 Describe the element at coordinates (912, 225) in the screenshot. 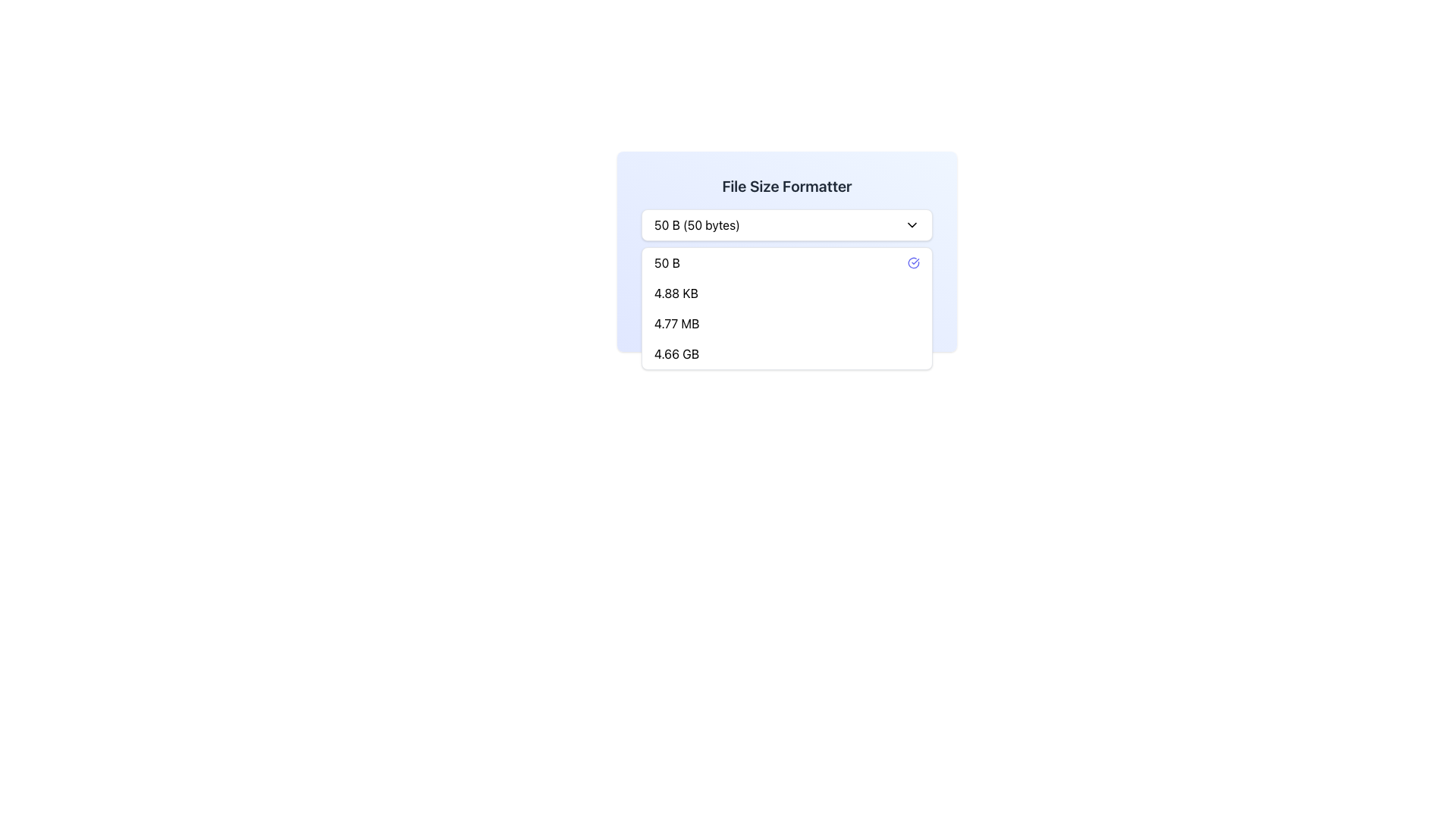

I see `the downward-pointing chevron icon located to the right of the text '50 B (50 bytes)'` at that location.